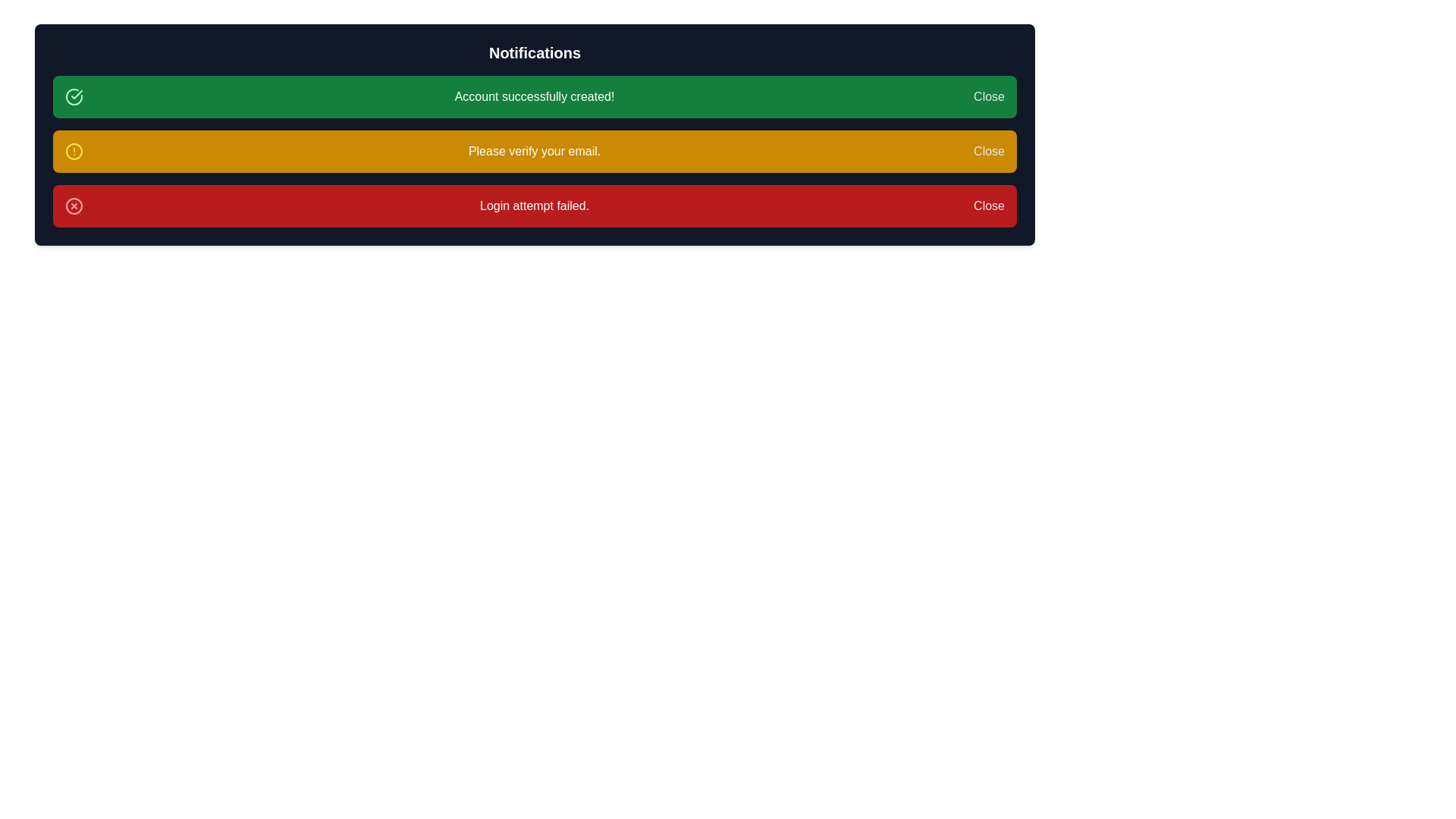 The image size is (1456, 819). What do you see at coordinates (535, 206) in the screenshot?
I see `the 'Login attempt failed.' notification alert text, which is the third notification in the list, to select it if selectable` at bounding box center [535, 206].